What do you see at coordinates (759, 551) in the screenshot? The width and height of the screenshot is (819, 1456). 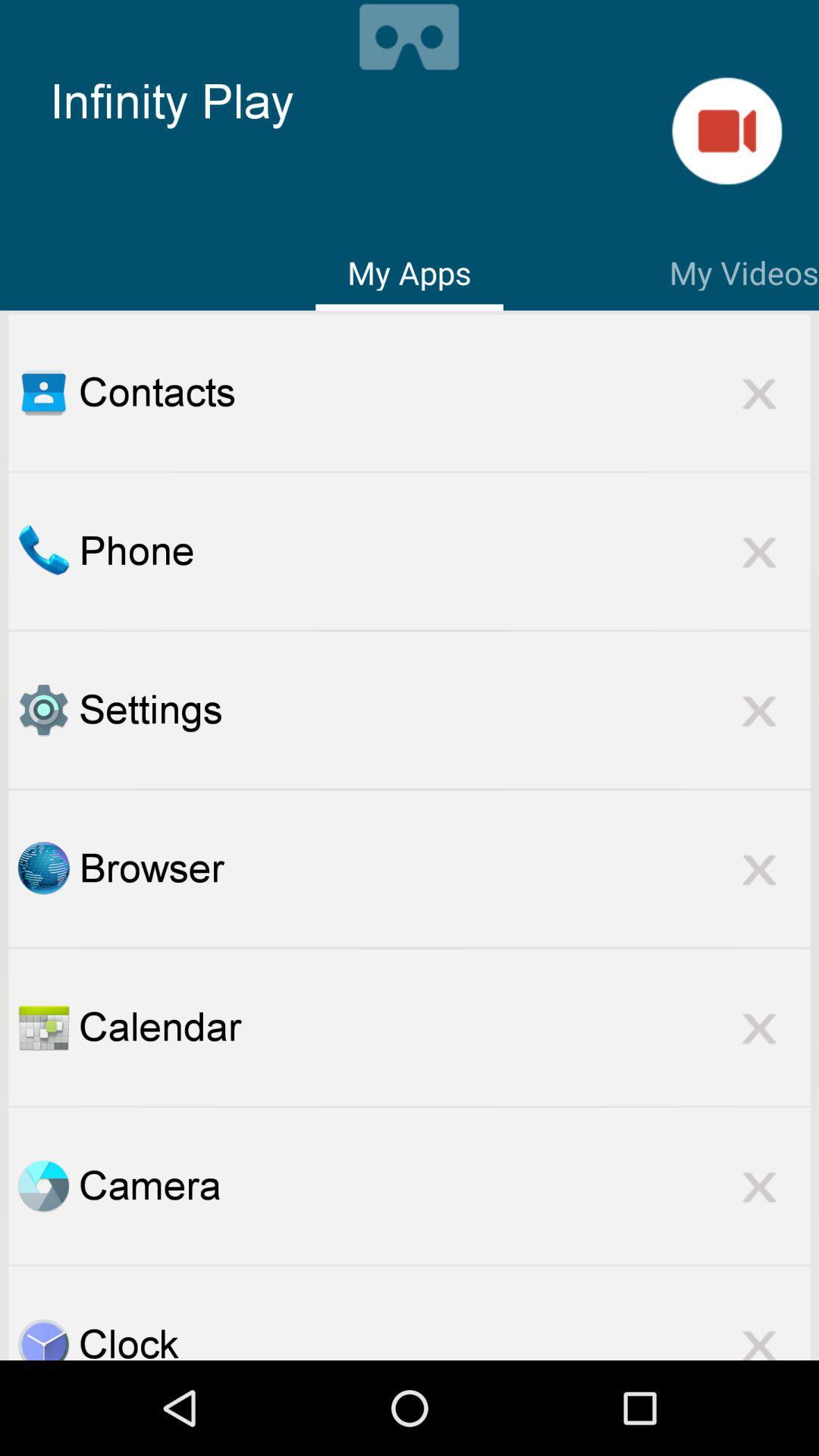 I see `remove item from my apps list` at bounding box center [759, 551].